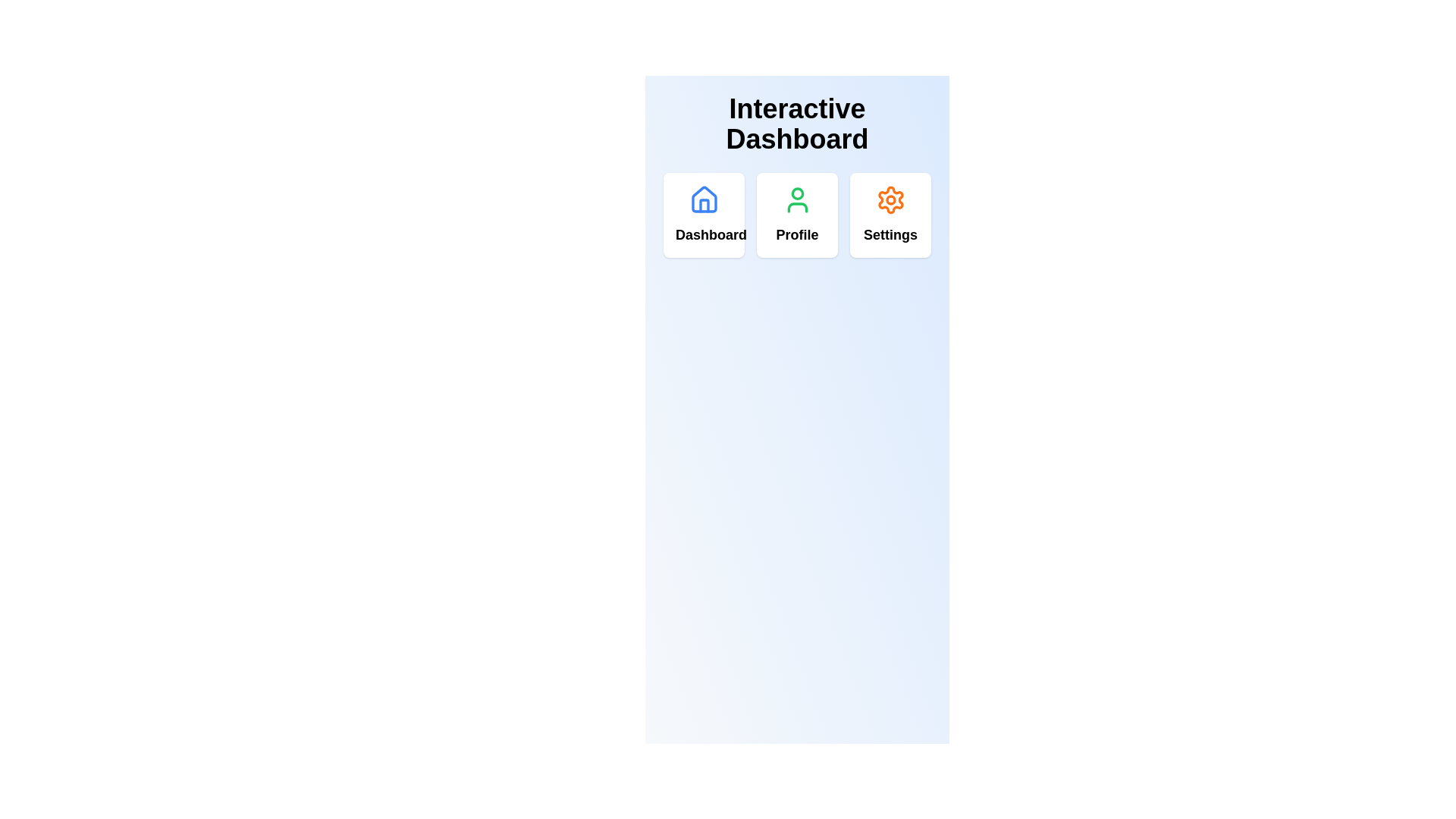 This screenshot has width=1456, height=819. Describe the element at coordinates (796, 199) in the screenshot. I see `the green person icon located in the central card under the 'Profile' label, which is styled with a circular head and semi-circular body` at that location.